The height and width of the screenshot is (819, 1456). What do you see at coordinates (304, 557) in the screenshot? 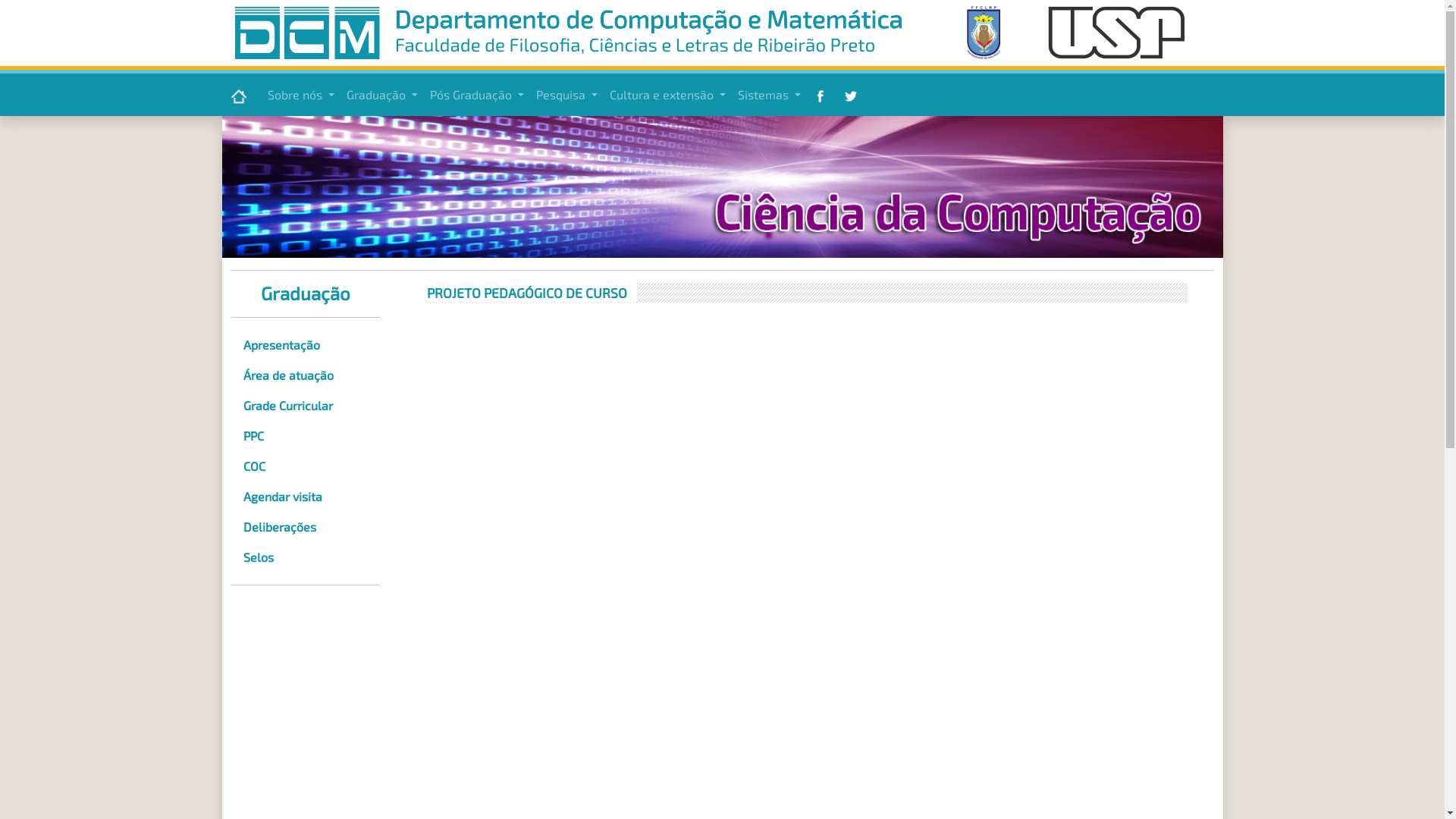
I see `'Selos'` at bounding box center [304, 557].